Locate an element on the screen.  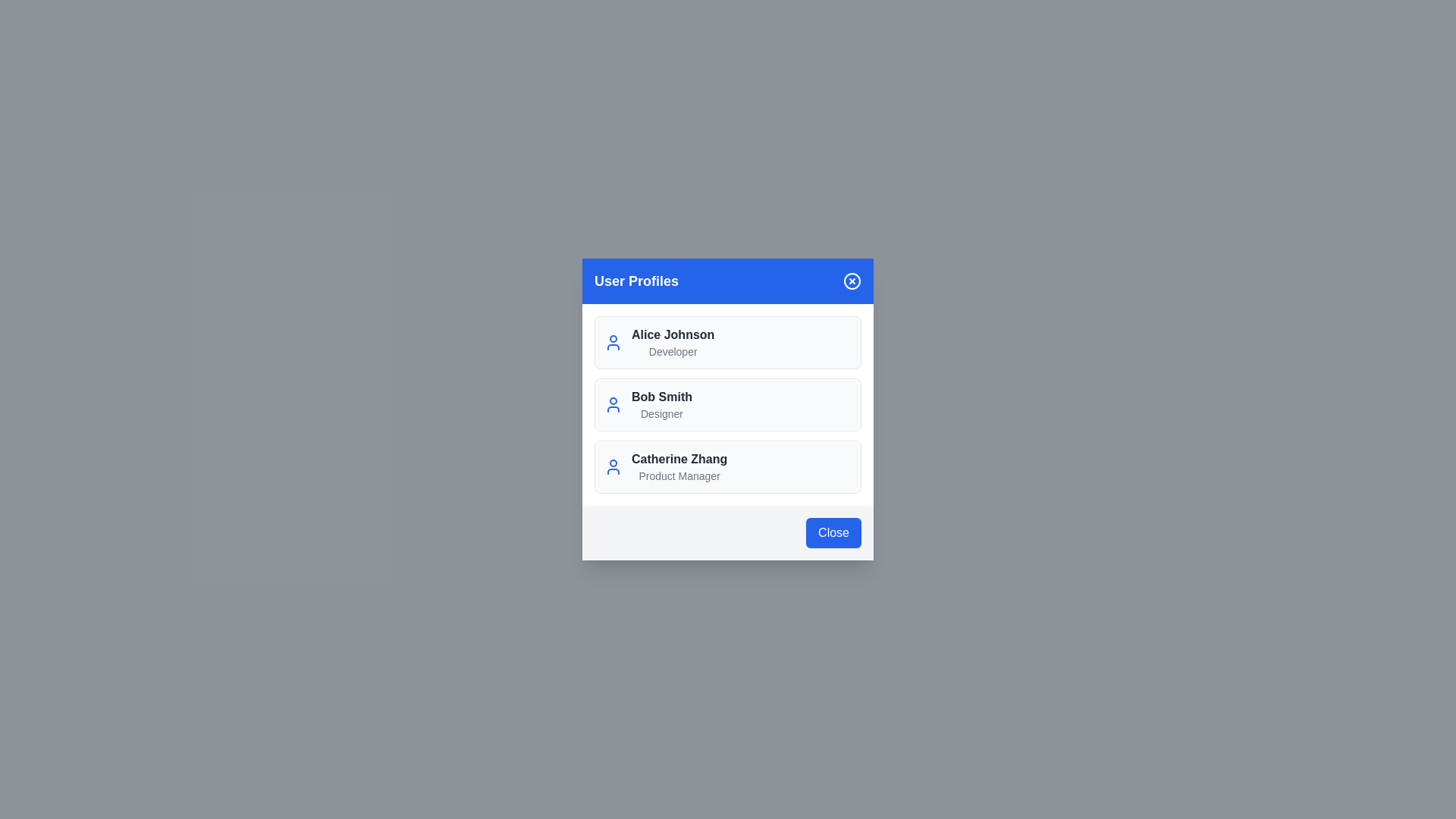
the user profile of Alice Johnson is located at coordinates (728, 342).